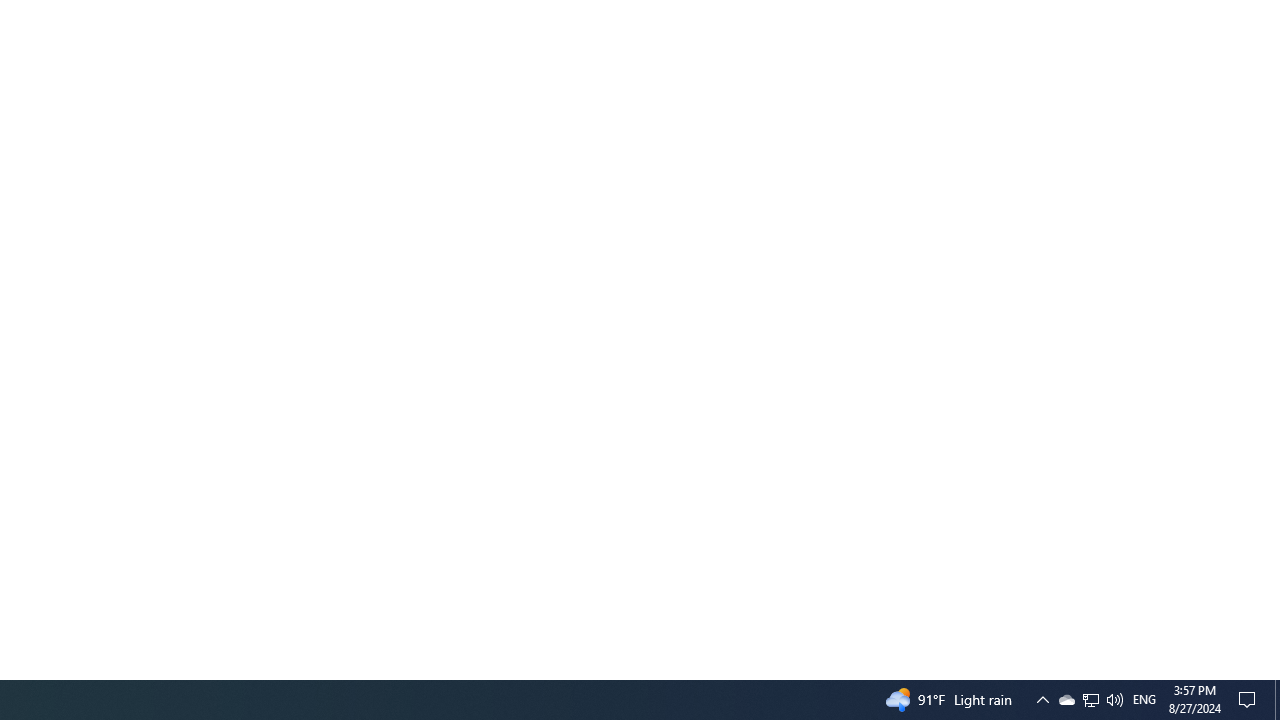  What do you see at coordinates (1250, 698) in the screenshot?
I see `'Action Center, No new notifications'` at bounding box center [1250, 698].